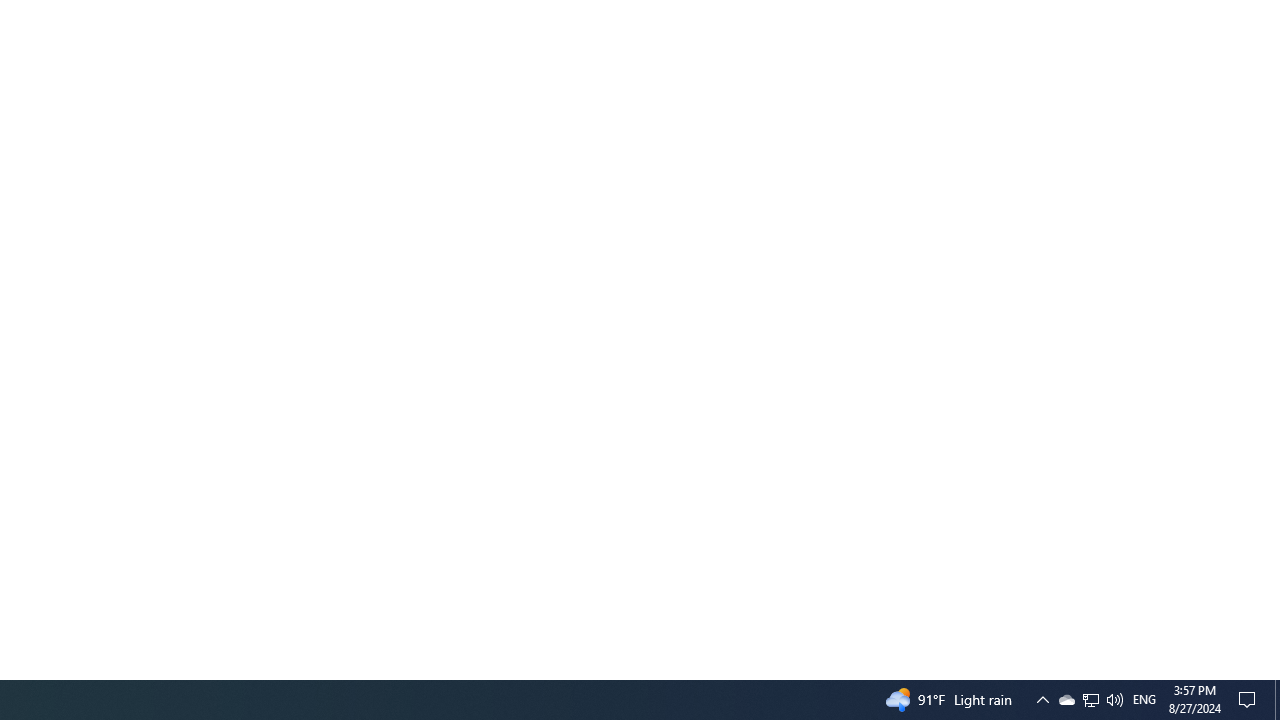  What do you see at coordinates (1250, 698) in the screenshot?
I see `'Action Center, No new notifications'` at bounding box center [1250, 698].